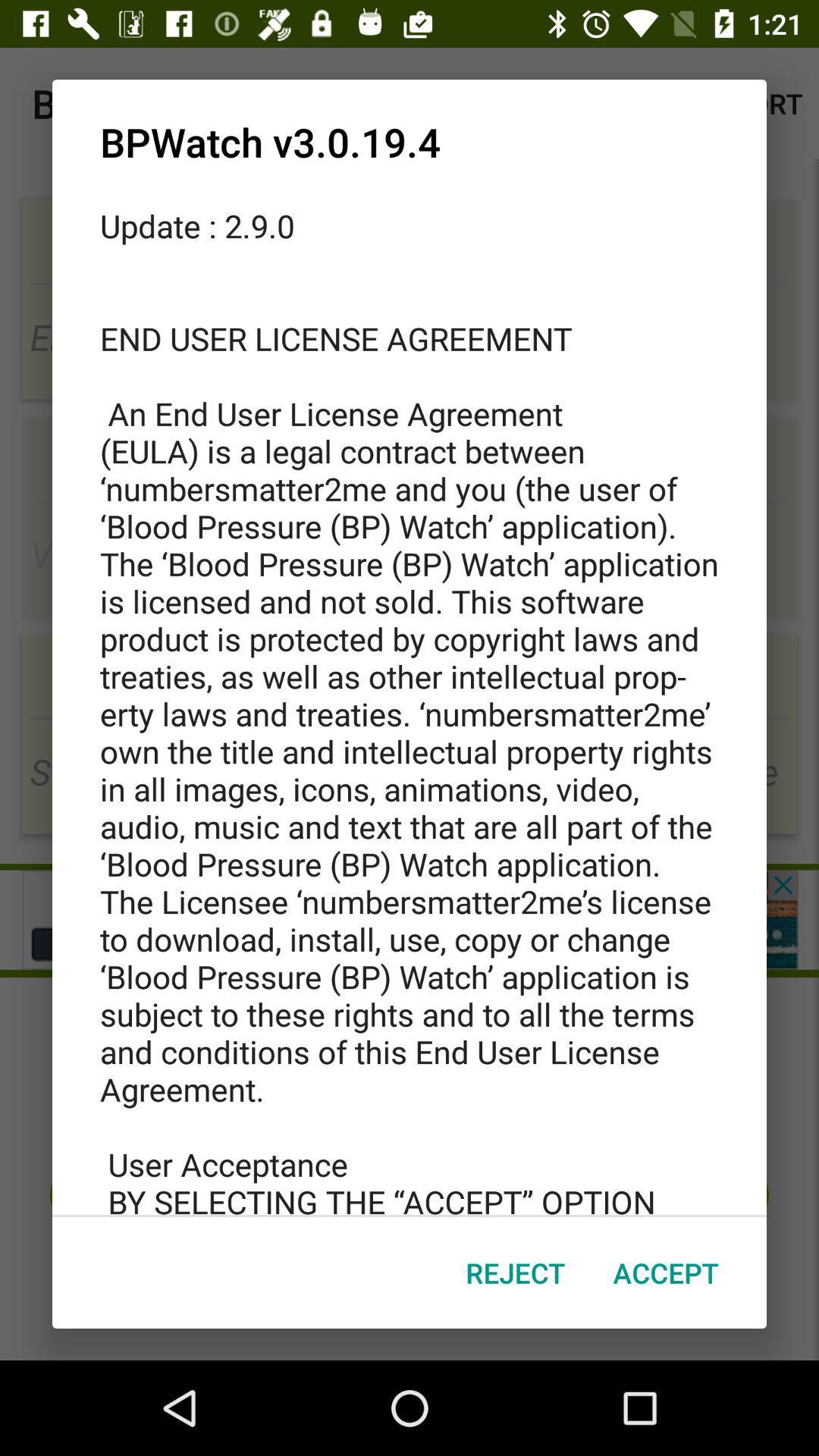 This screenshot has height=1456, width=819. What do you see at coordinates (514, 1272) in the screenshot?
I see `item next to accept` at bounding box center [514, 1272].